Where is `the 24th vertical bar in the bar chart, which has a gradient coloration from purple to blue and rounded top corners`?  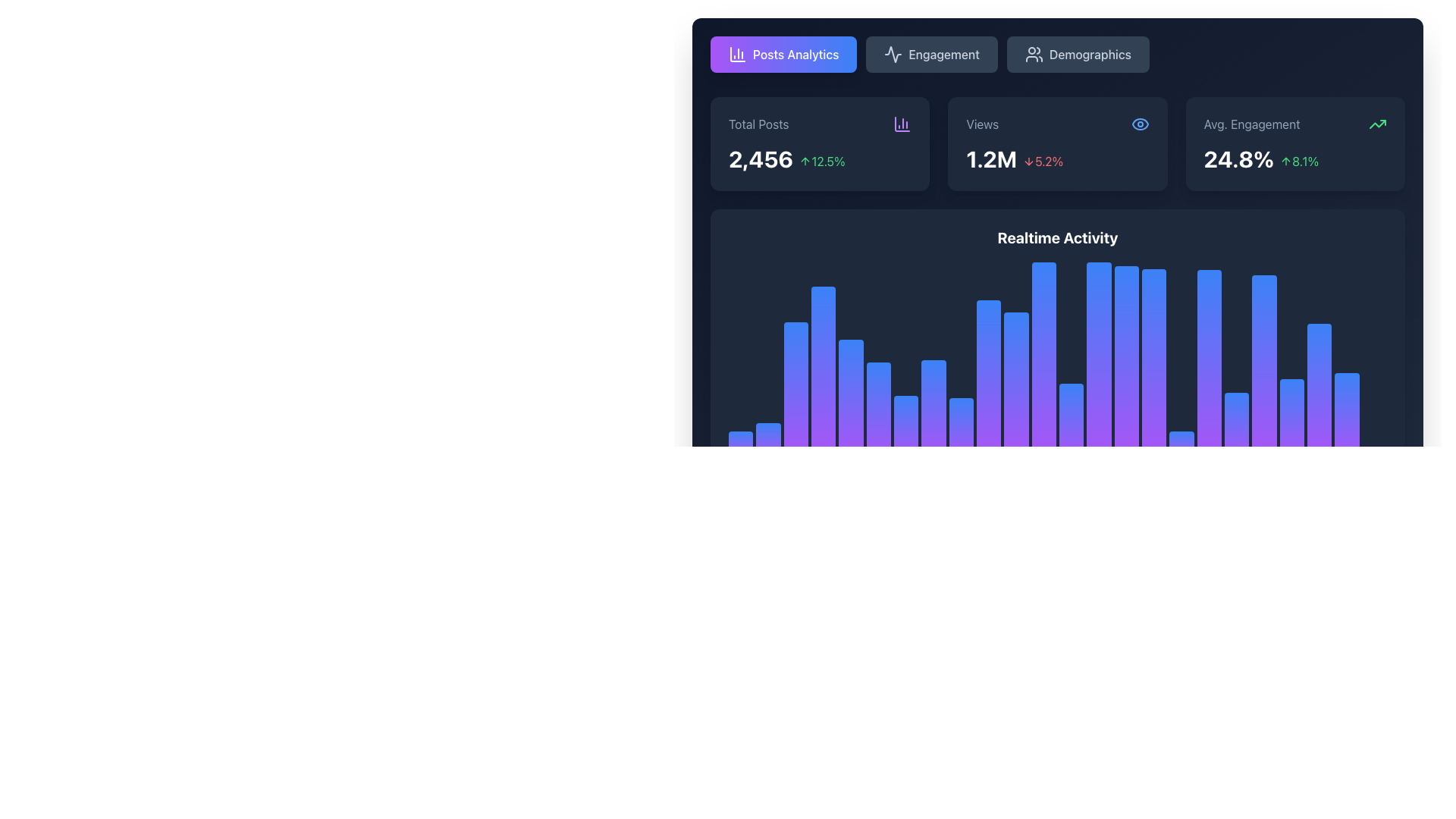 the 24th vertical bar in the bar chart, which has a gradient coloration from purple to blue and rounded top corners is located at coordinates (1347, 359).